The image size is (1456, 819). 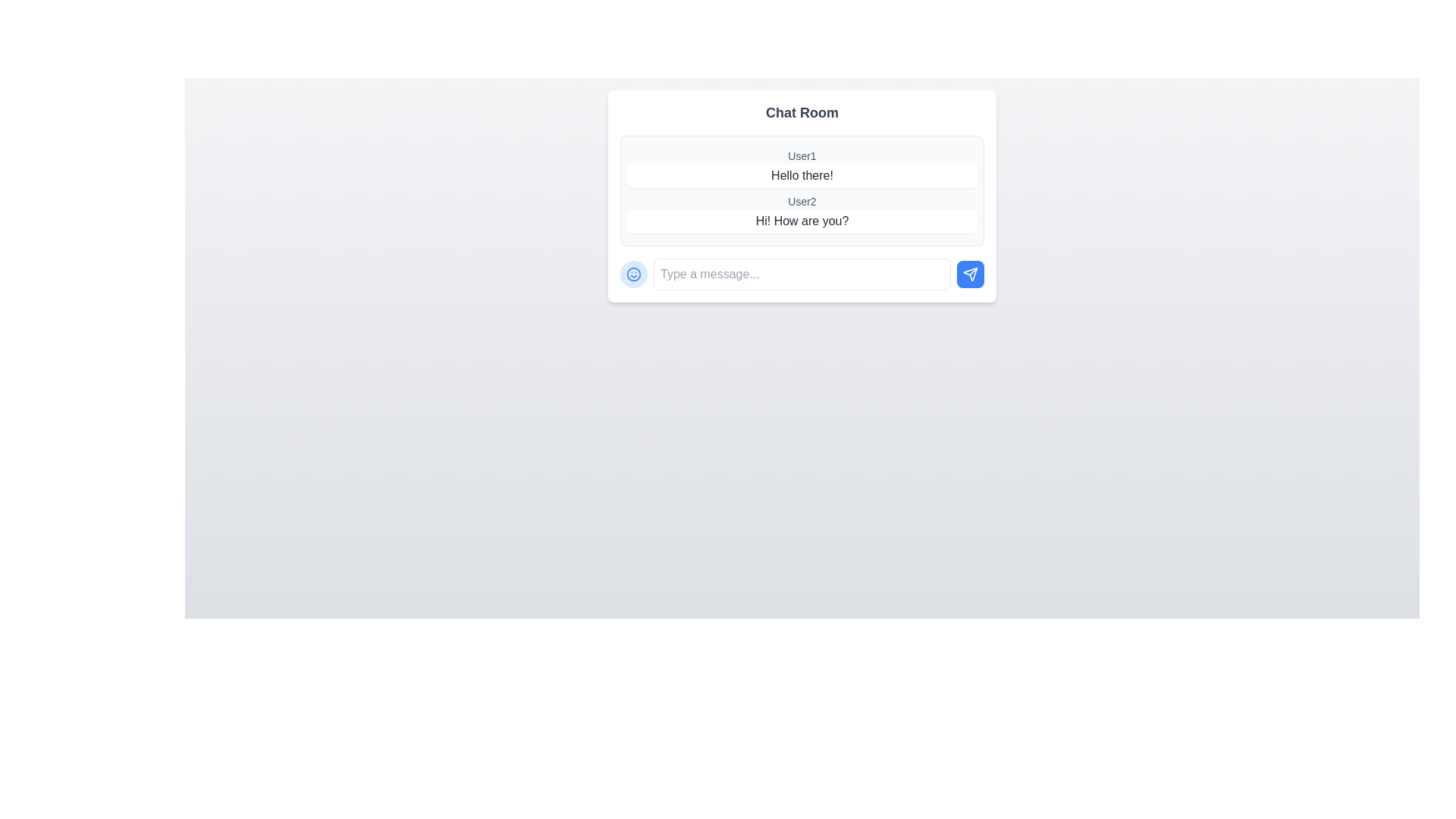 What do you see at coordinates (973, 271) in the screenshot?
I see `the decorative vector graphic inside the send button located at the bottom-right corner of the chat interface, which features an upward pointing arrow within a blue circular background` at bounding box center [973, 271].